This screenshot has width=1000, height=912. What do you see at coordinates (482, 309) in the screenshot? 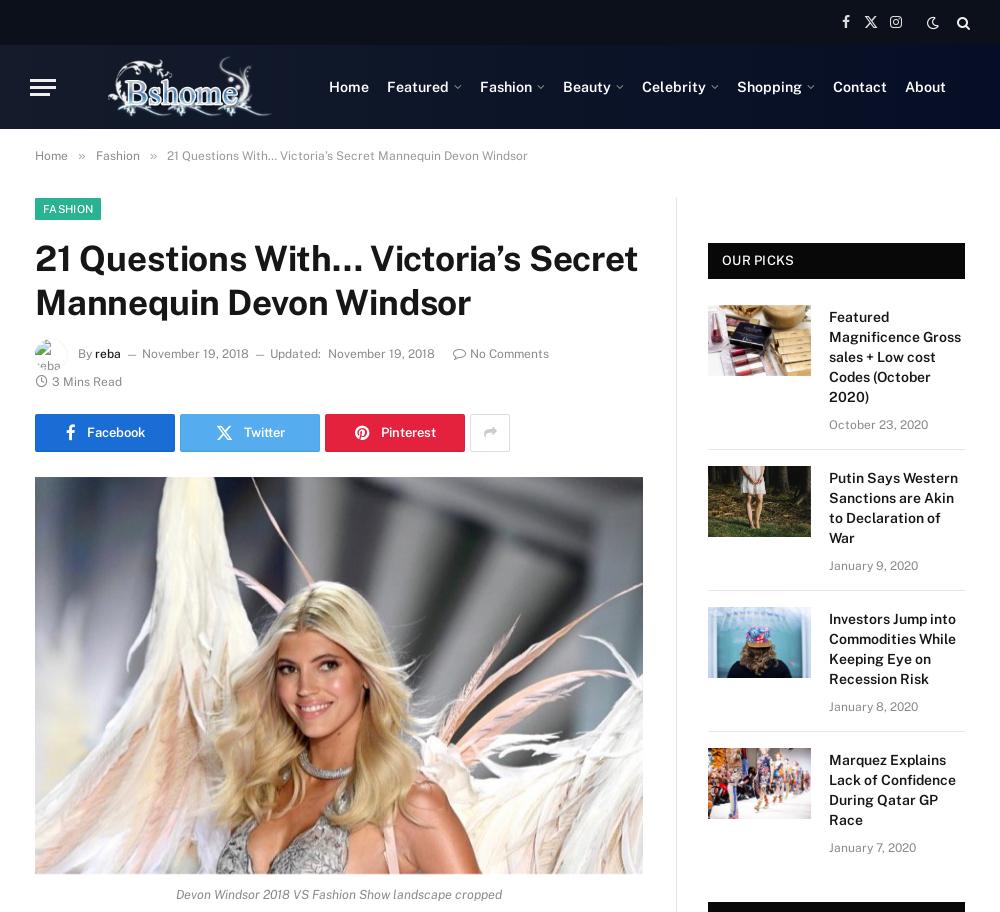
I see `'Gifts that Leave a Mark: Shine with style, In WONDERLAND'` at bounding box center [482, 309].